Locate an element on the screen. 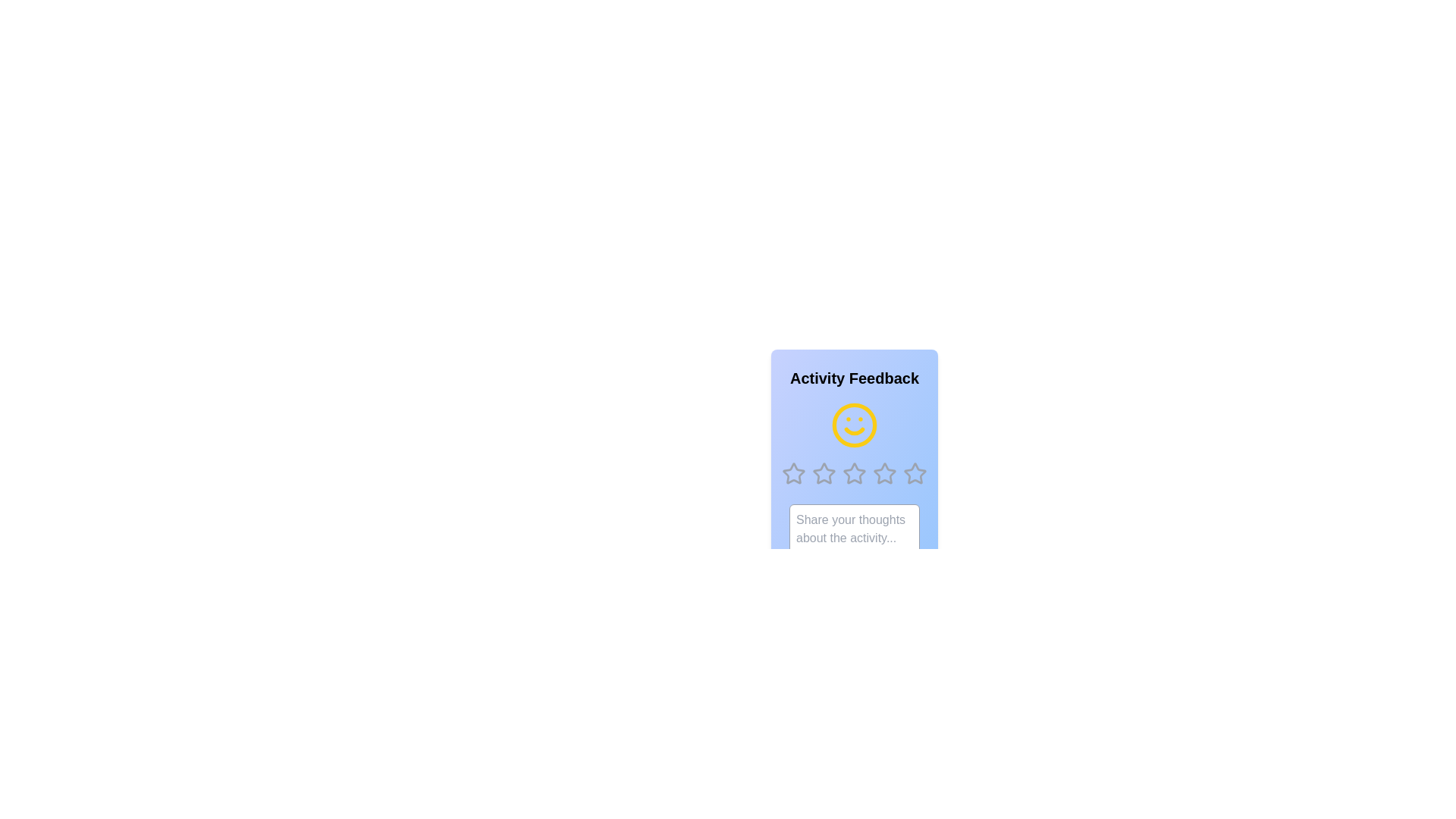 This screenshot has width=1456, height=819. the third star icon in the horizontal row of five stars for rating on the 'Activity Feedback' card interface is located at coordinates (855, 472).